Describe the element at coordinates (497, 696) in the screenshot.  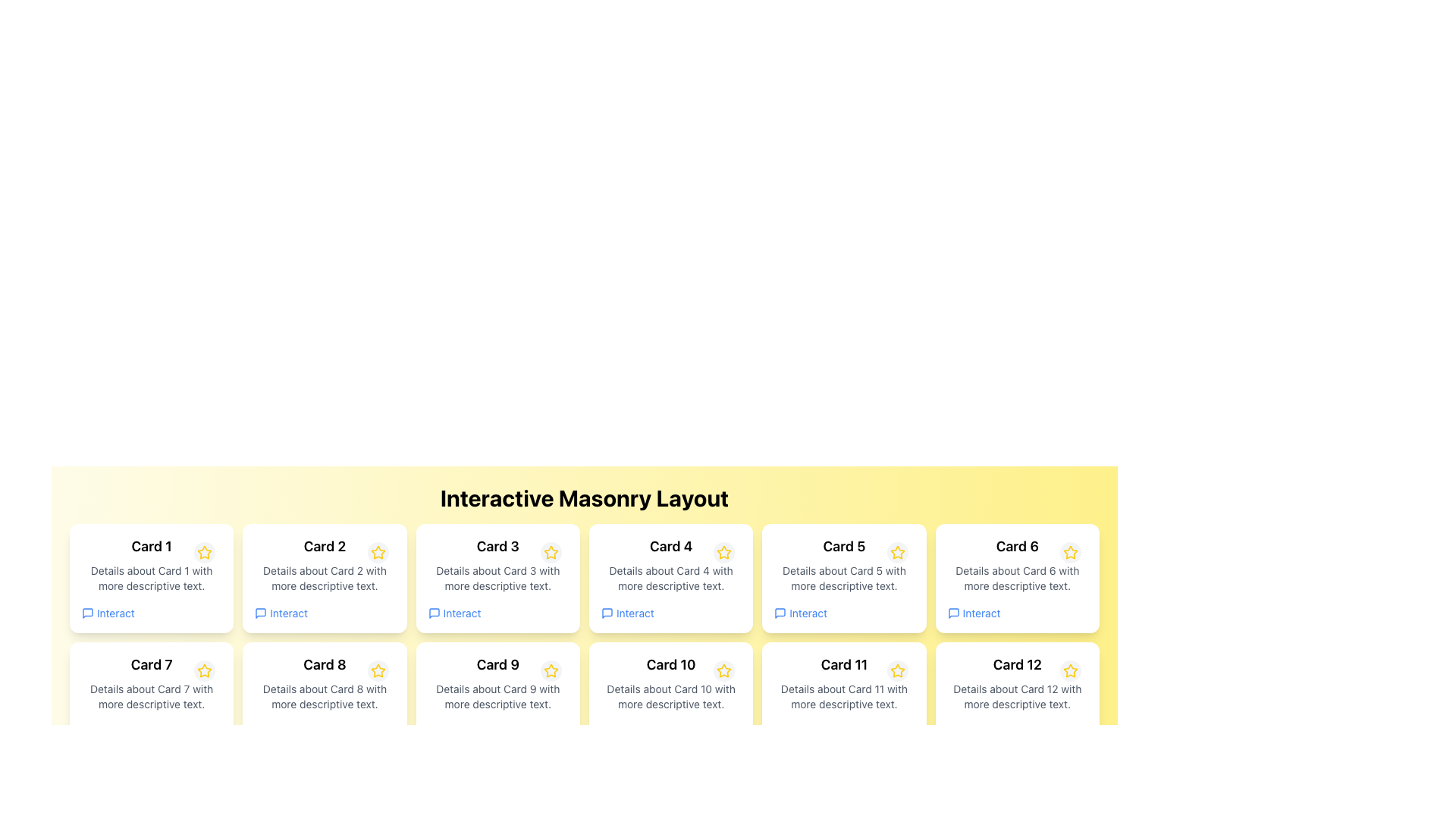
I see `the text paragraph within 'Card 9' that contains 'Details about Card 9 with more descriptive text.'` at that location.